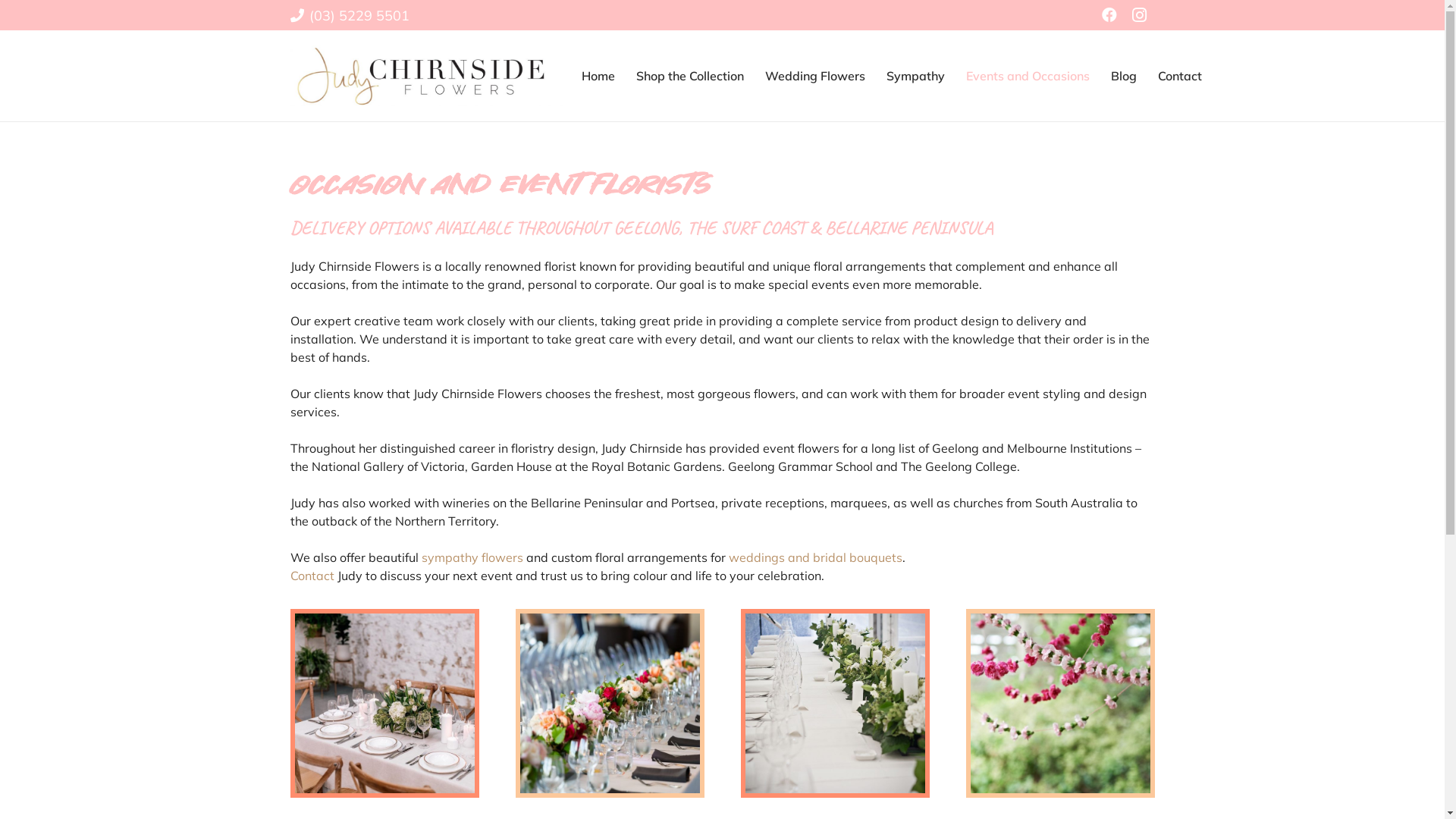 Image resolution: width=1456 pixels, height=819 pixels. Describe the element at coordinates (689, 76) in the screenshot. I see `'Shop the Collection'` at that location.